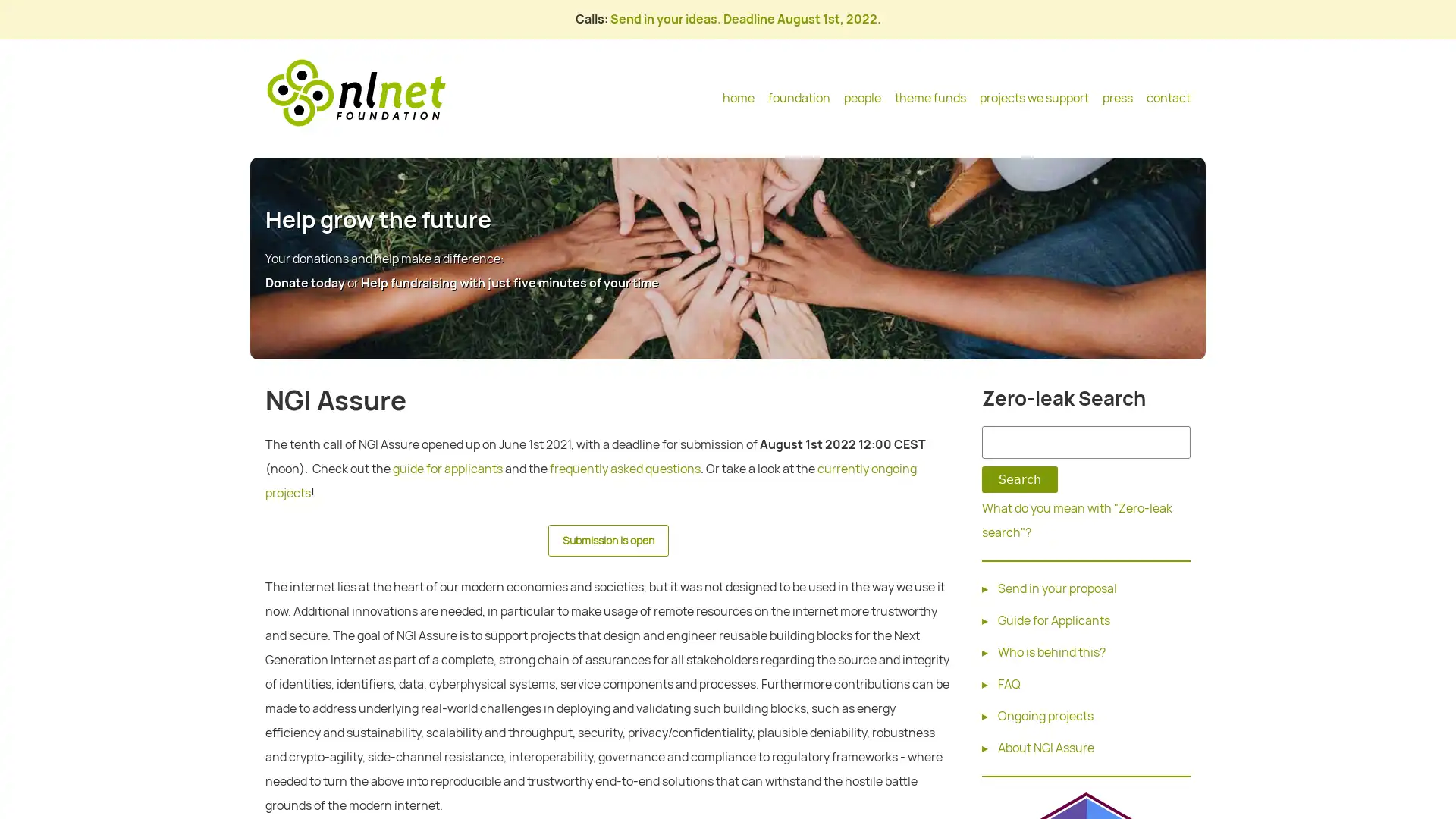 Image resolution: width=1456 pixels, height=819 pixels. Describe the element at coordinates (1019, 479) in the screenshot. I see `Search` at that location.